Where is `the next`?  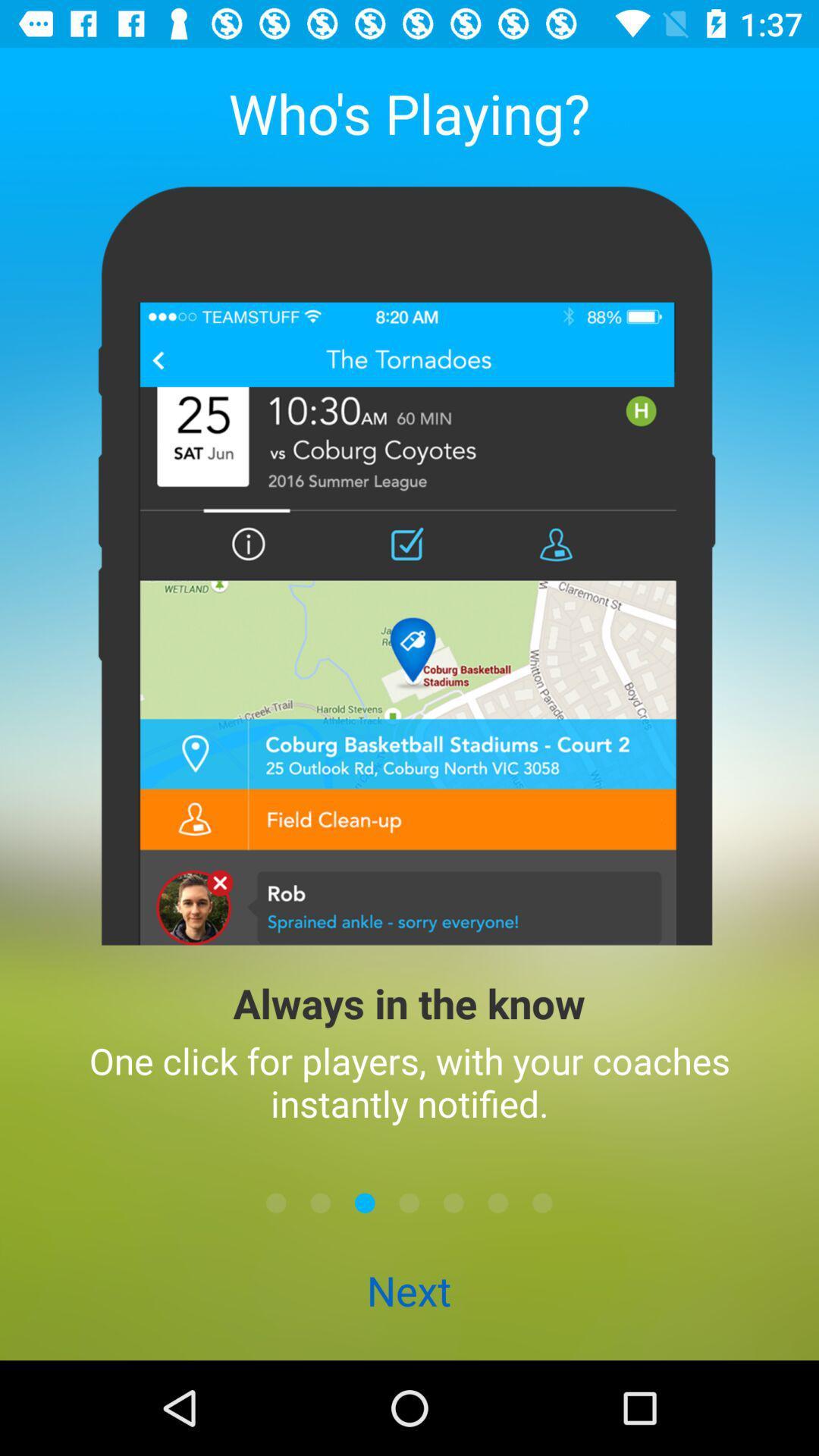 the next is located at coordinates (408, 1291).